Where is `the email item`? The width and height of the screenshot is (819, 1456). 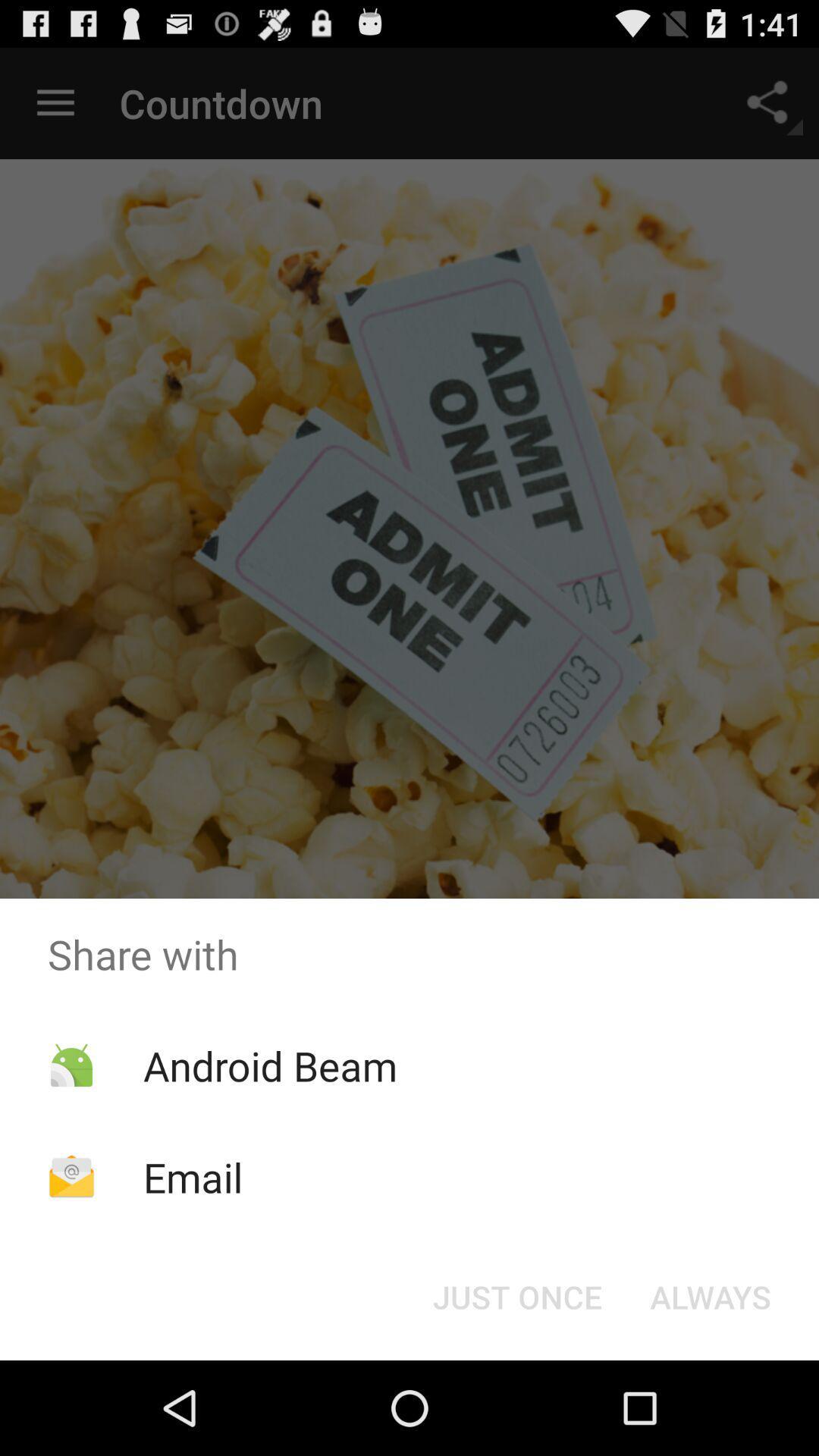 the email item is located at coordinates (192, 1176).